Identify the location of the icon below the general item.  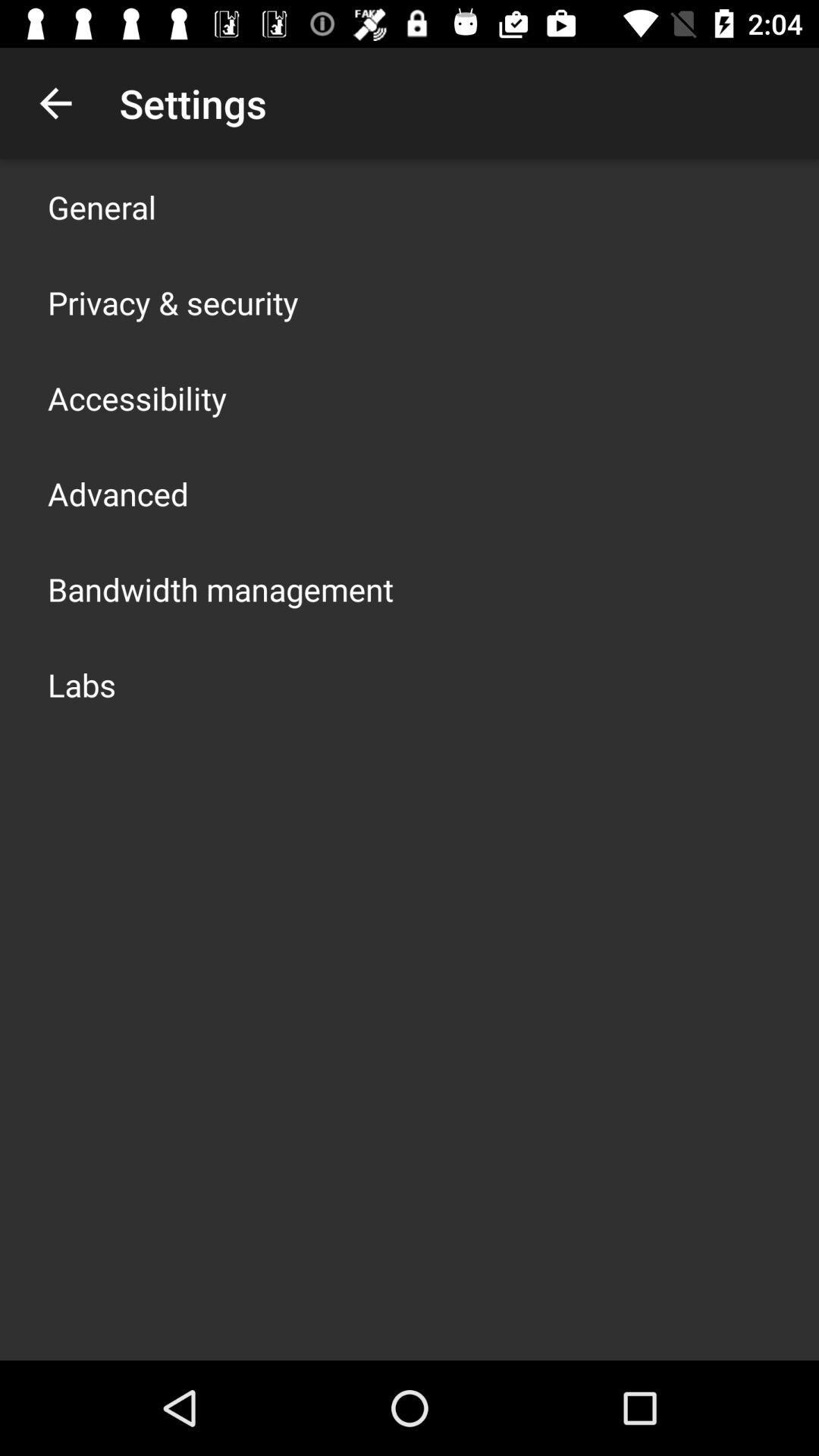
(172, 302).